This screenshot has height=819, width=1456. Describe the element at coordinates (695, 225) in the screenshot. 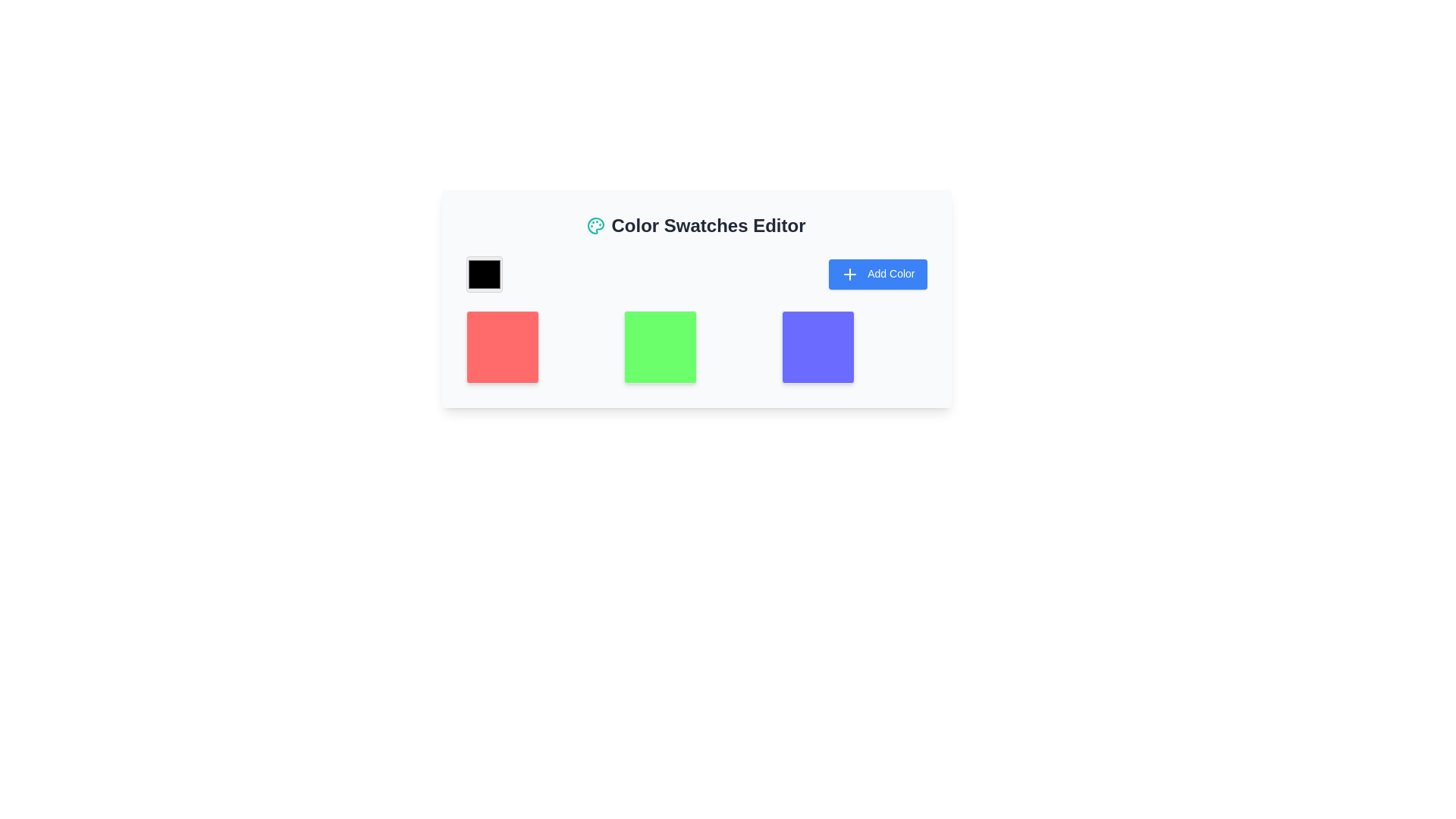

I see `the Header element labeled 'Color Swatches Editor' which includes a teal palette icon on the left side` at that location.